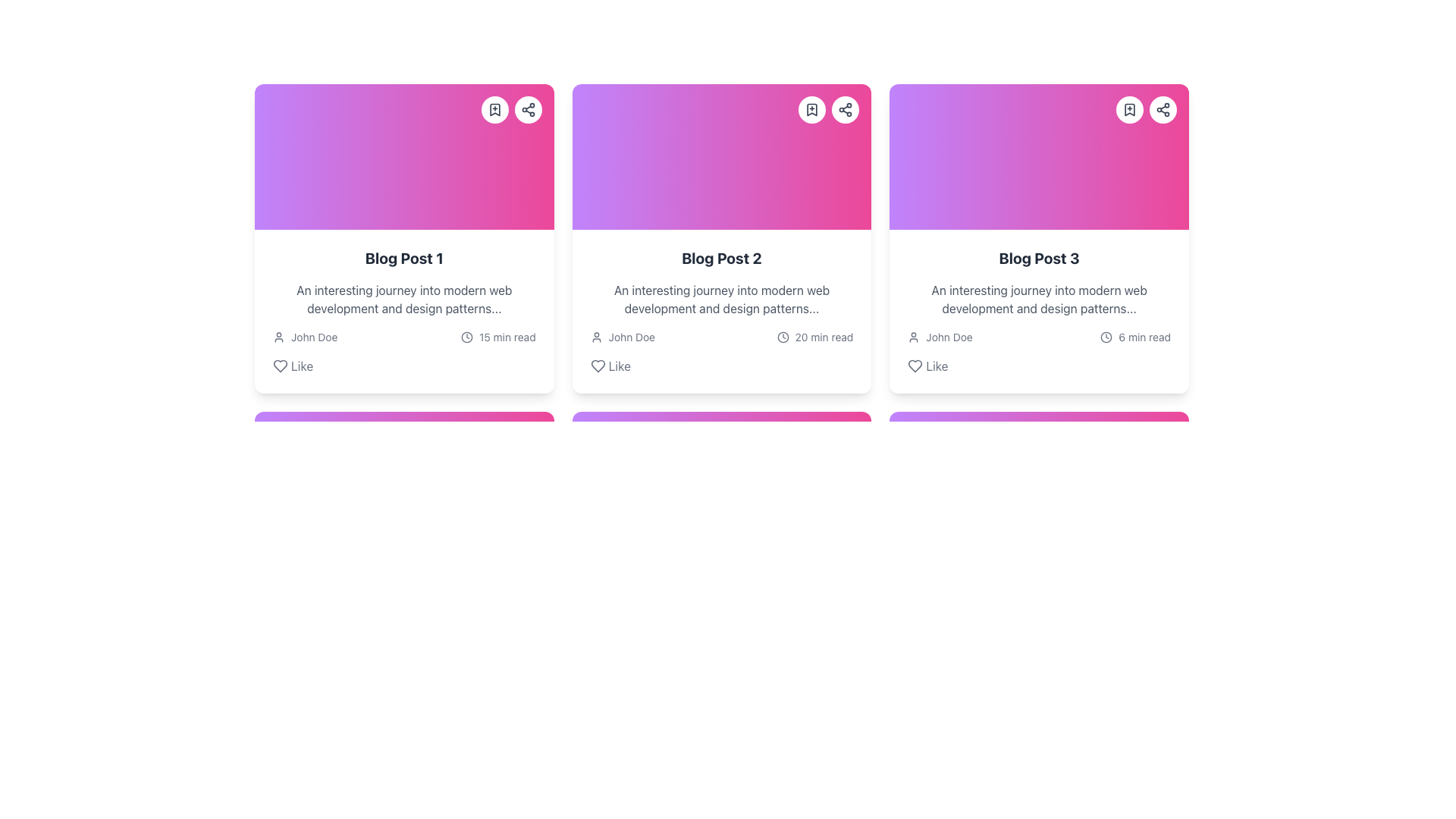 The width and height of the screenshot is (1456, 819). Describe the element at coordinates (1129, 109) in the screenshot. I see `the bookmark button located in the top-right corner of the 'Blog Post 3' card, which is the first button from the left and adjacent to a share button` at that location.